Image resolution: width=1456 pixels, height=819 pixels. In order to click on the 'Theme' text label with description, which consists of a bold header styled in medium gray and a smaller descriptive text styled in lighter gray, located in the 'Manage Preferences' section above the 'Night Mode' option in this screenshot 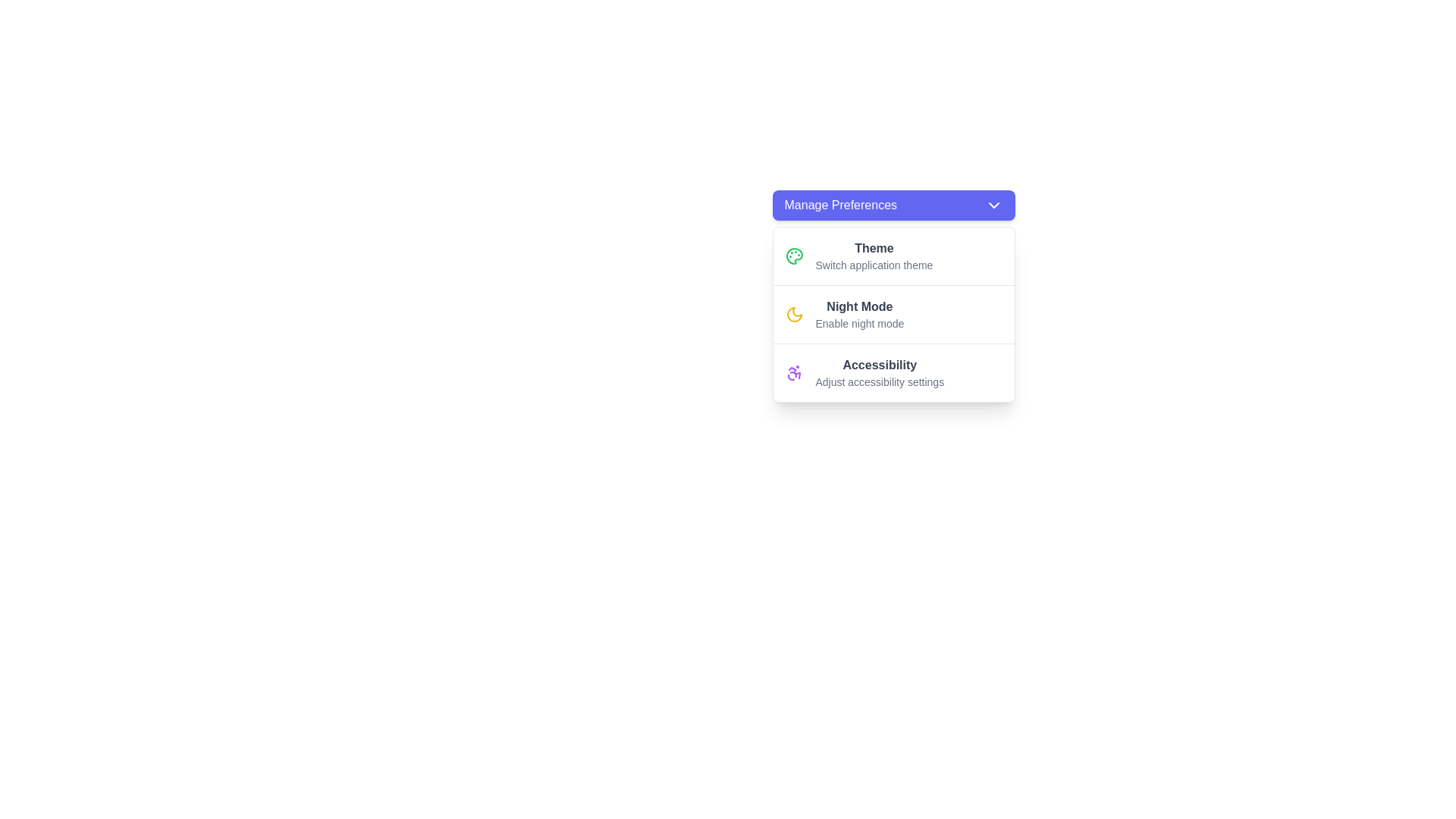, I will do `click(874, 256)`.